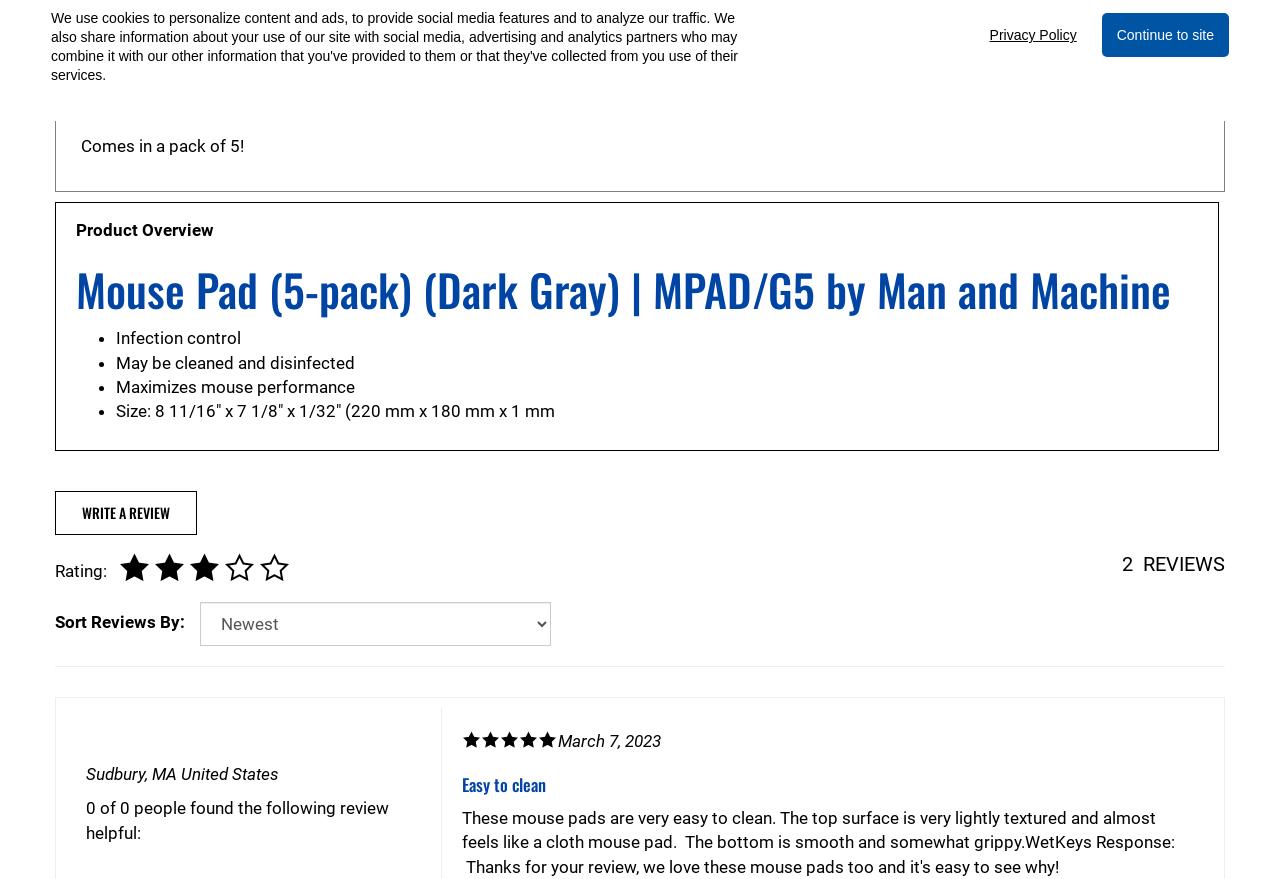 The image size is (1280, 879). Describe the element at coordinates (182, 773) in the screenshot. I see `'Sudbury, MA United States'` at that location.